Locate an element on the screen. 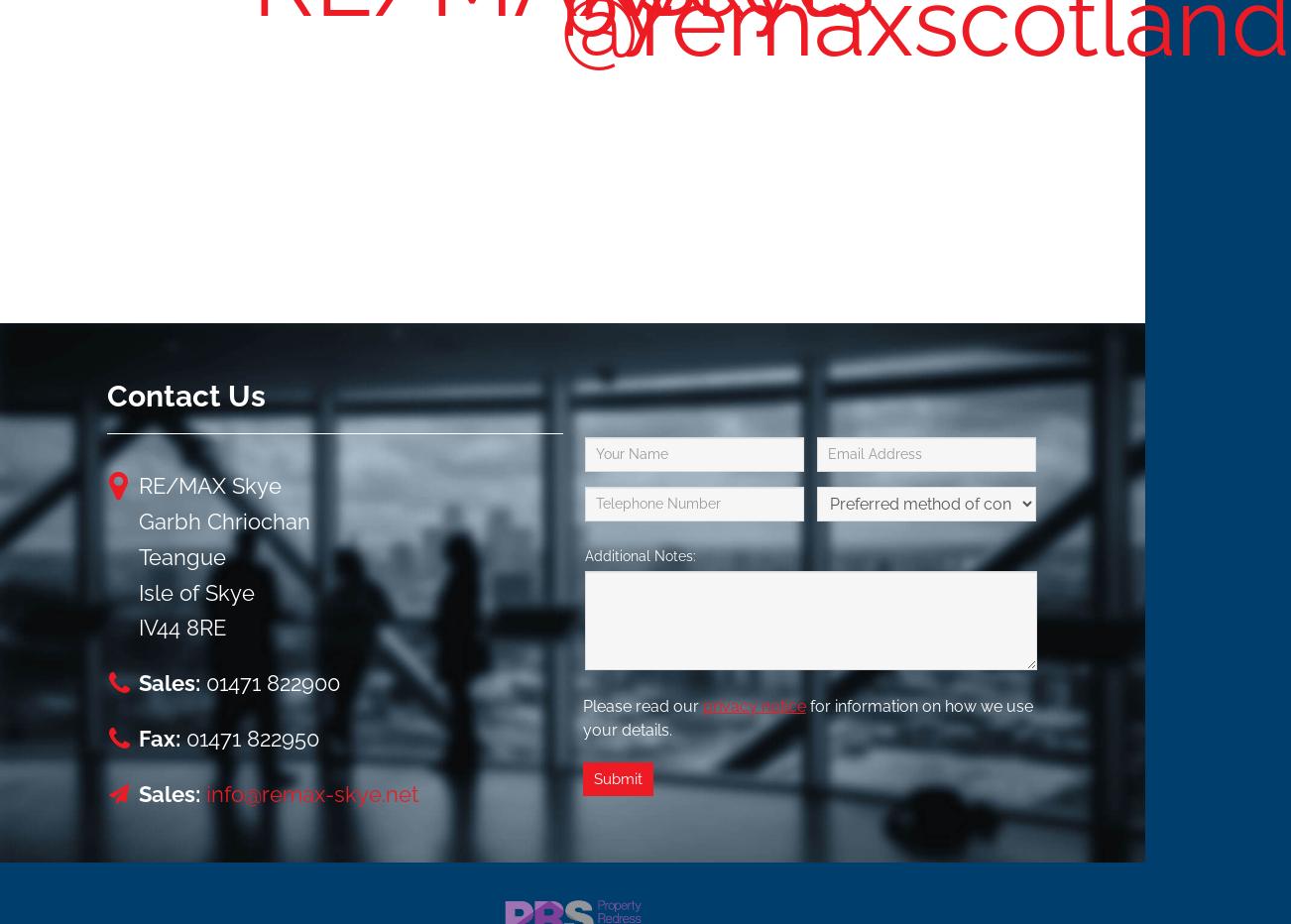 The image size is (1291, 924). 'Please read our' is located at coordinates (642, 704).